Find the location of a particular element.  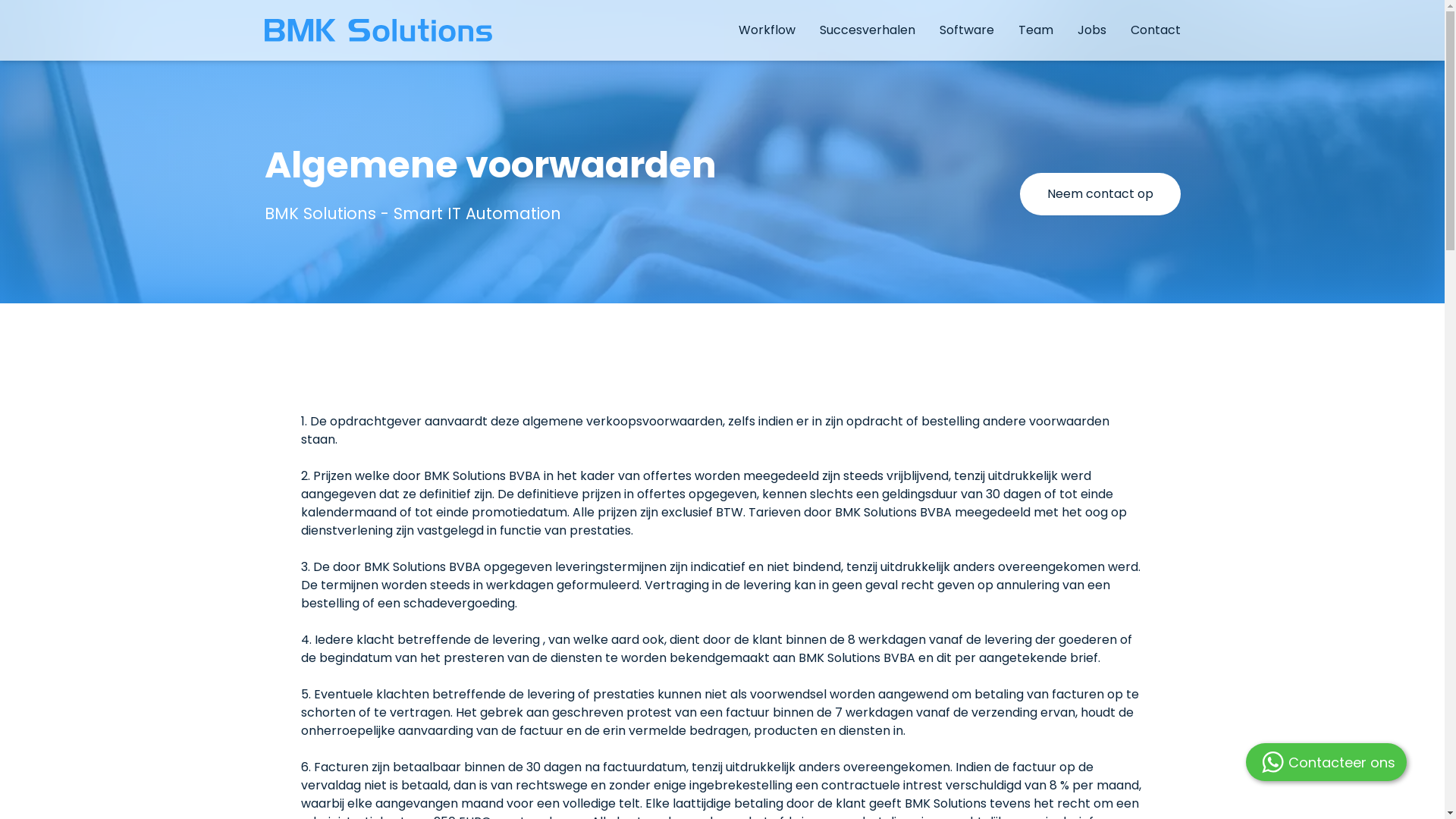

'Neem contact op' is located at coordinates (1099, 193).